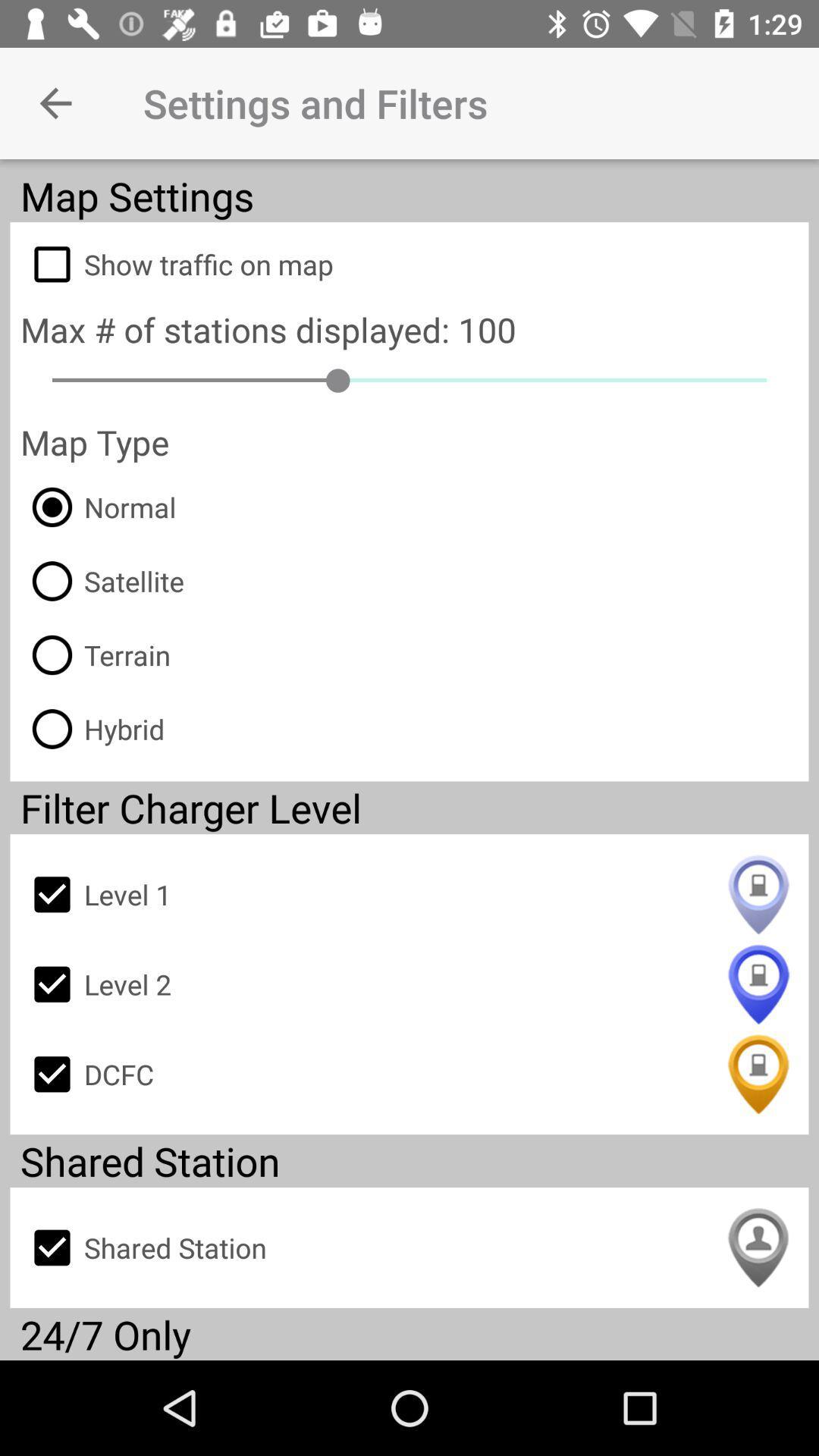 The image size is (819, 1456). I want to click on the item below map settings, so click(409, 264).